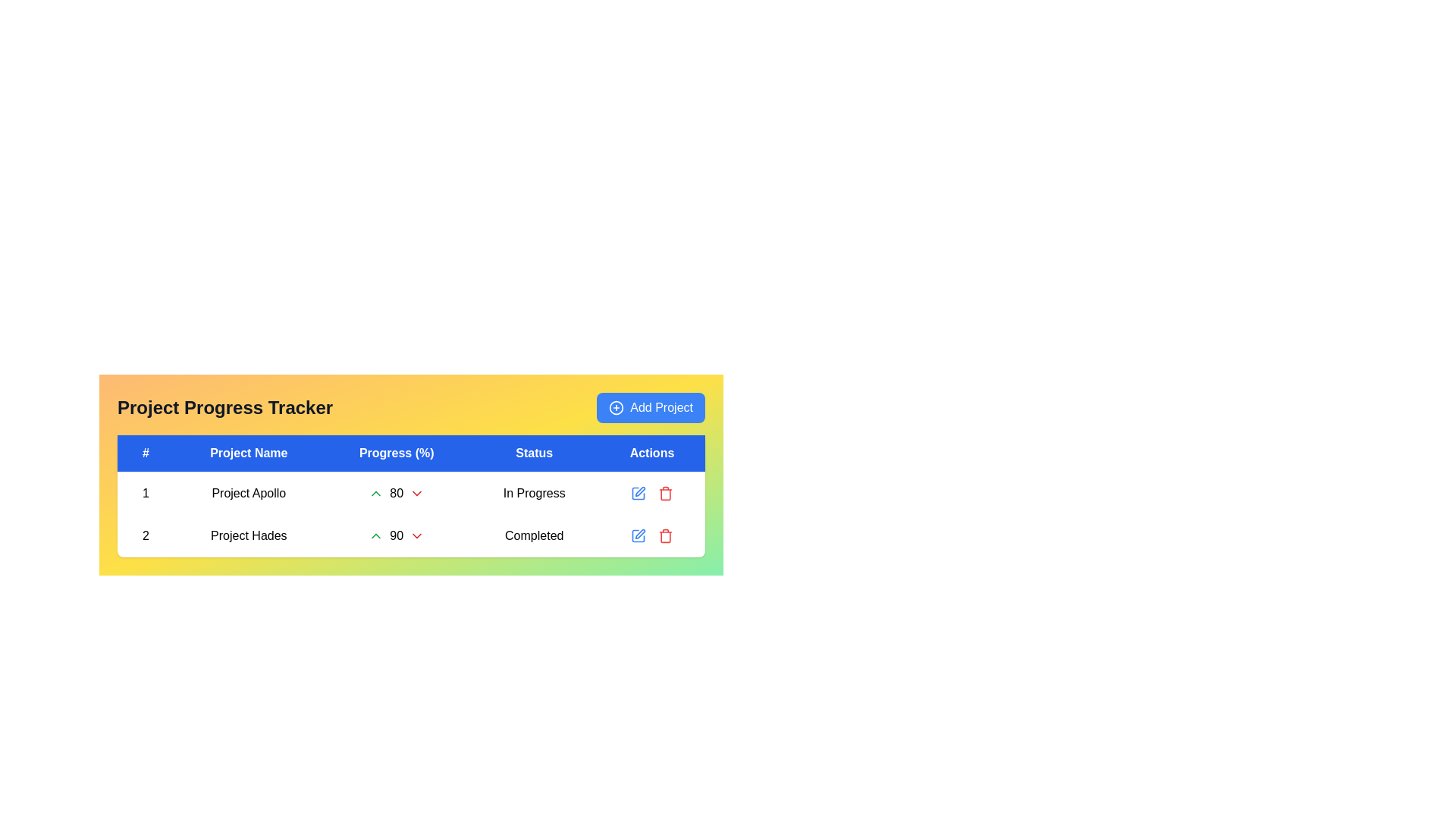  I want to click on the 'Add New Project' button located in the top-right corner of the 'Project Progress Tracker' section, so click(651, 406).